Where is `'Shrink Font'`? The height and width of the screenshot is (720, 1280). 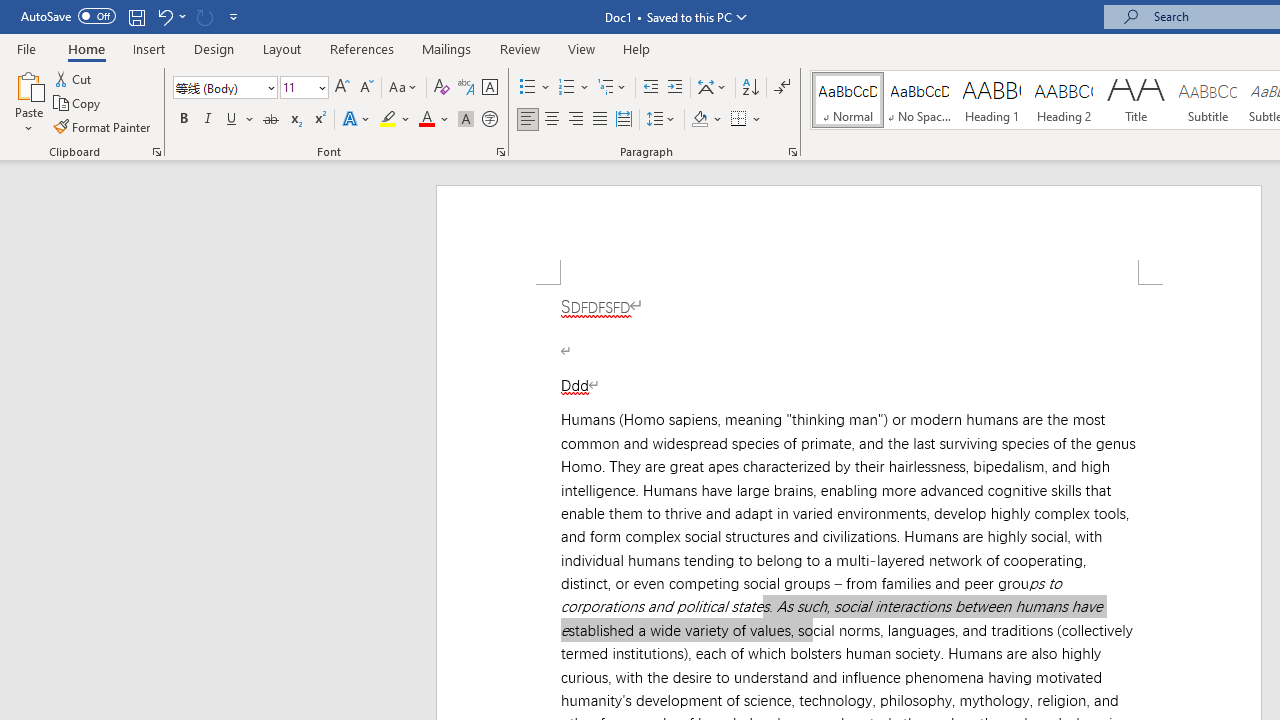 'Shrink Font' is located at coordinates (366, 86).